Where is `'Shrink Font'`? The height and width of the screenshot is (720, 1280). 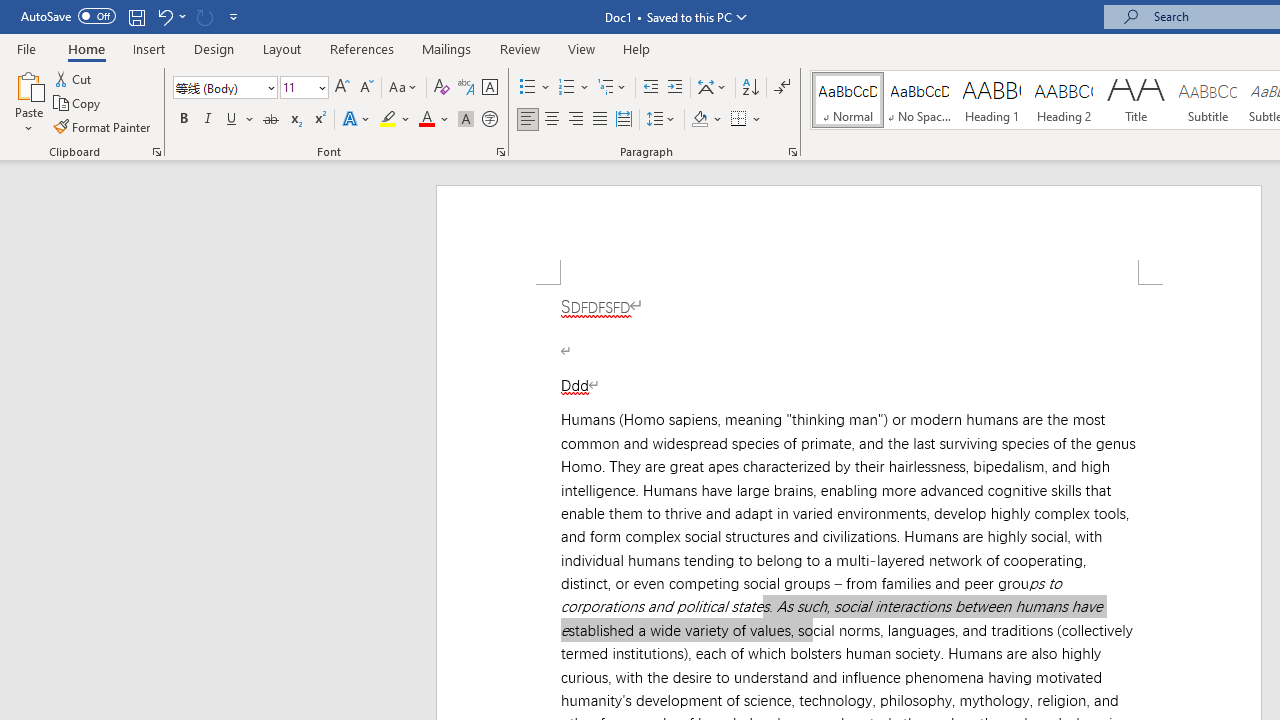 'Shrink Font' is located at coordinates (366, 86).